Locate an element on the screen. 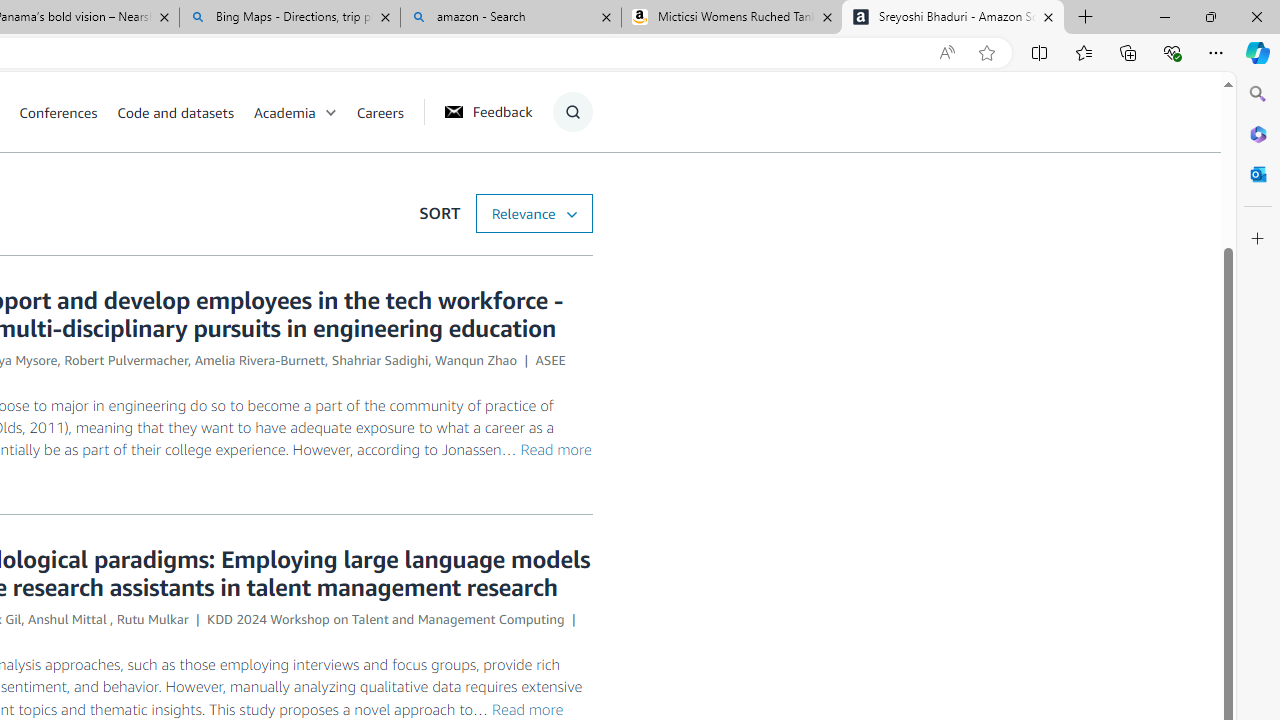  'Careers' is located at coordinates (389, 111).